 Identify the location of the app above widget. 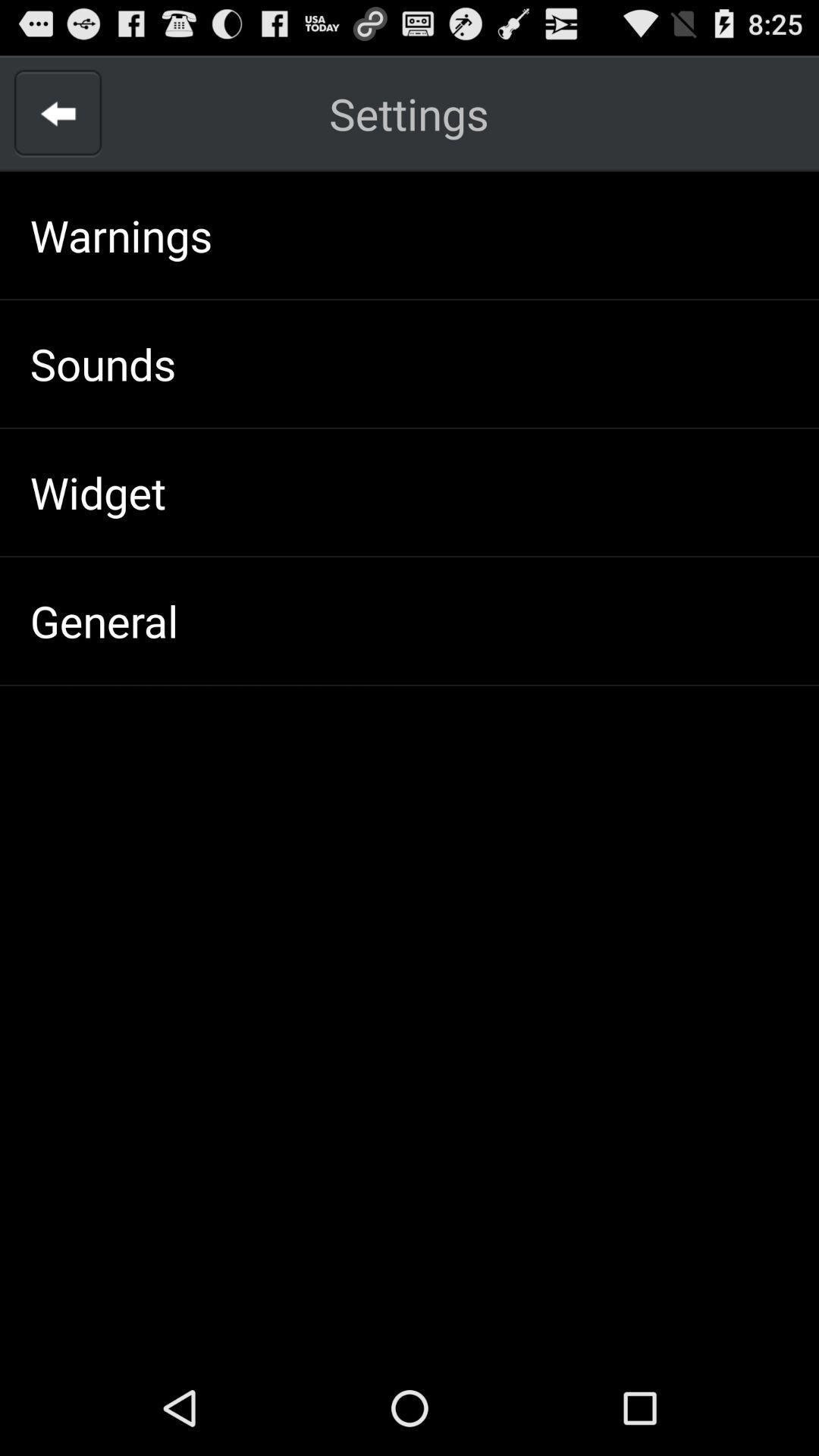
(102, 362).